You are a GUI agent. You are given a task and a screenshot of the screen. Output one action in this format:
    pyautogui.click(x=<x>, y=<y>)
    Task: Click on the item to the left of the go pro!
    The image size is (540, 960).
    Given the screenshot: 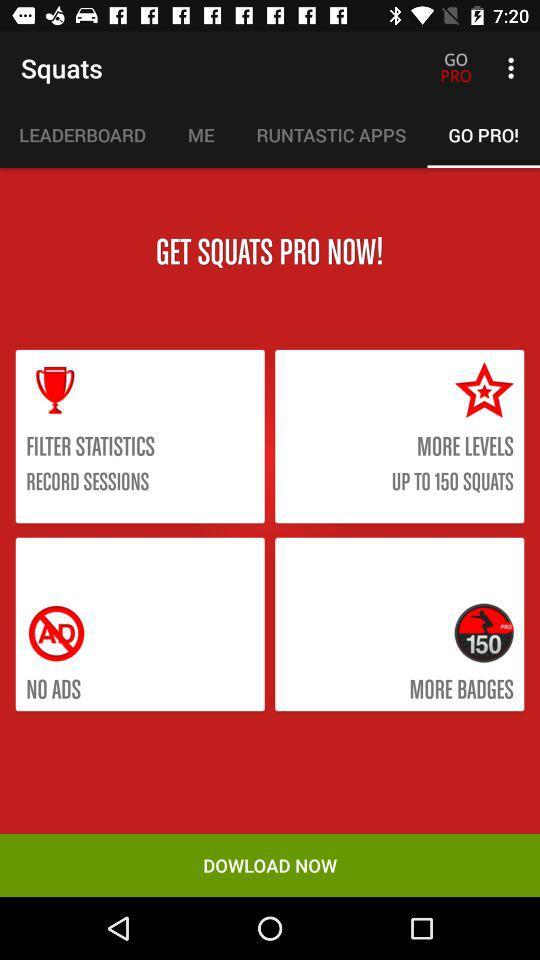 What is the action you would take?
    pyautogui.click(x=331, y=134)
    